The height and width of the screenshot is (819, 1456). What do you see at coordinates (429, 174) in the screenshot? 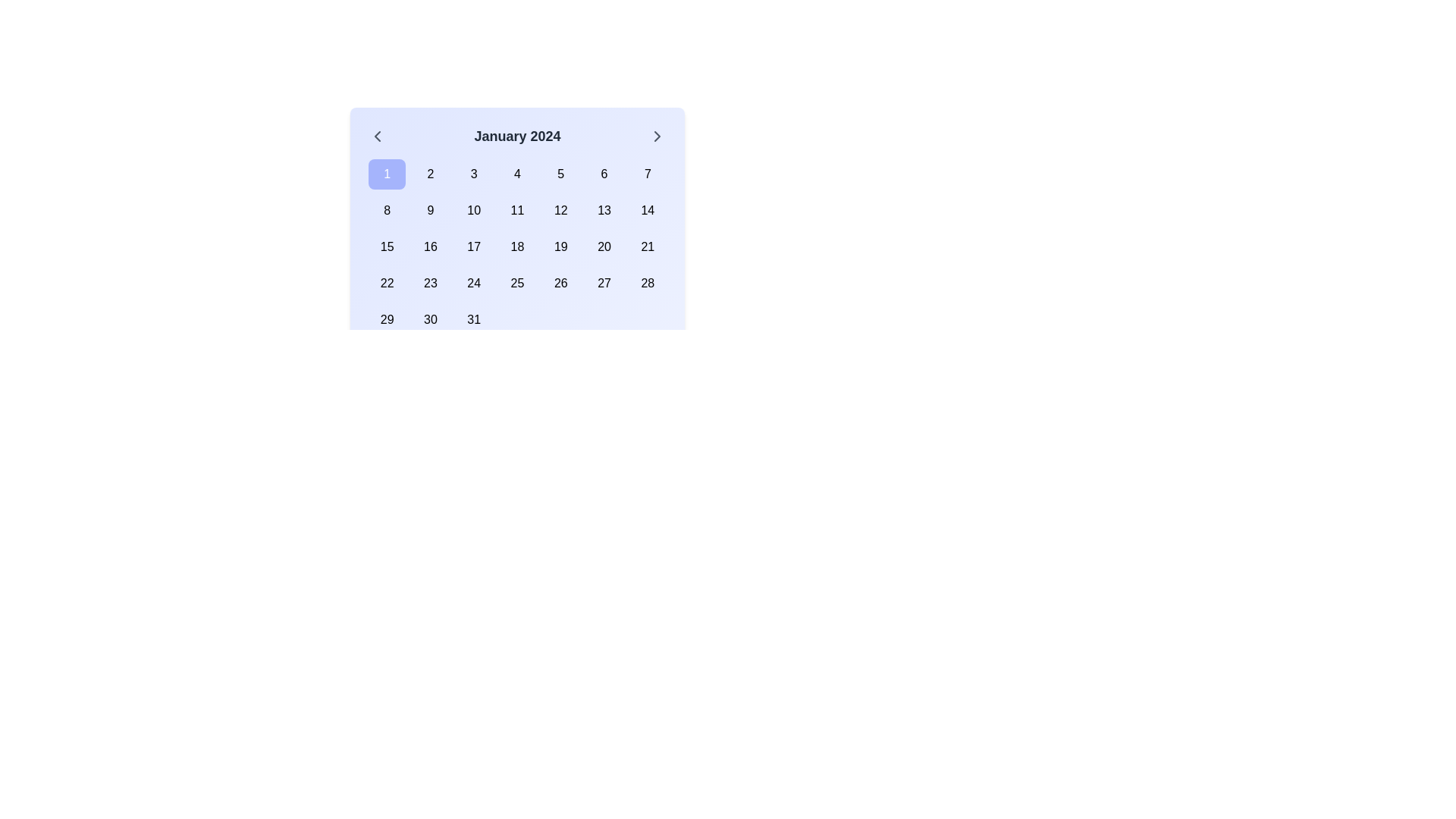
I see `the interactive button representing the second day of the month in the calendar` at bounding box center [429, 174].